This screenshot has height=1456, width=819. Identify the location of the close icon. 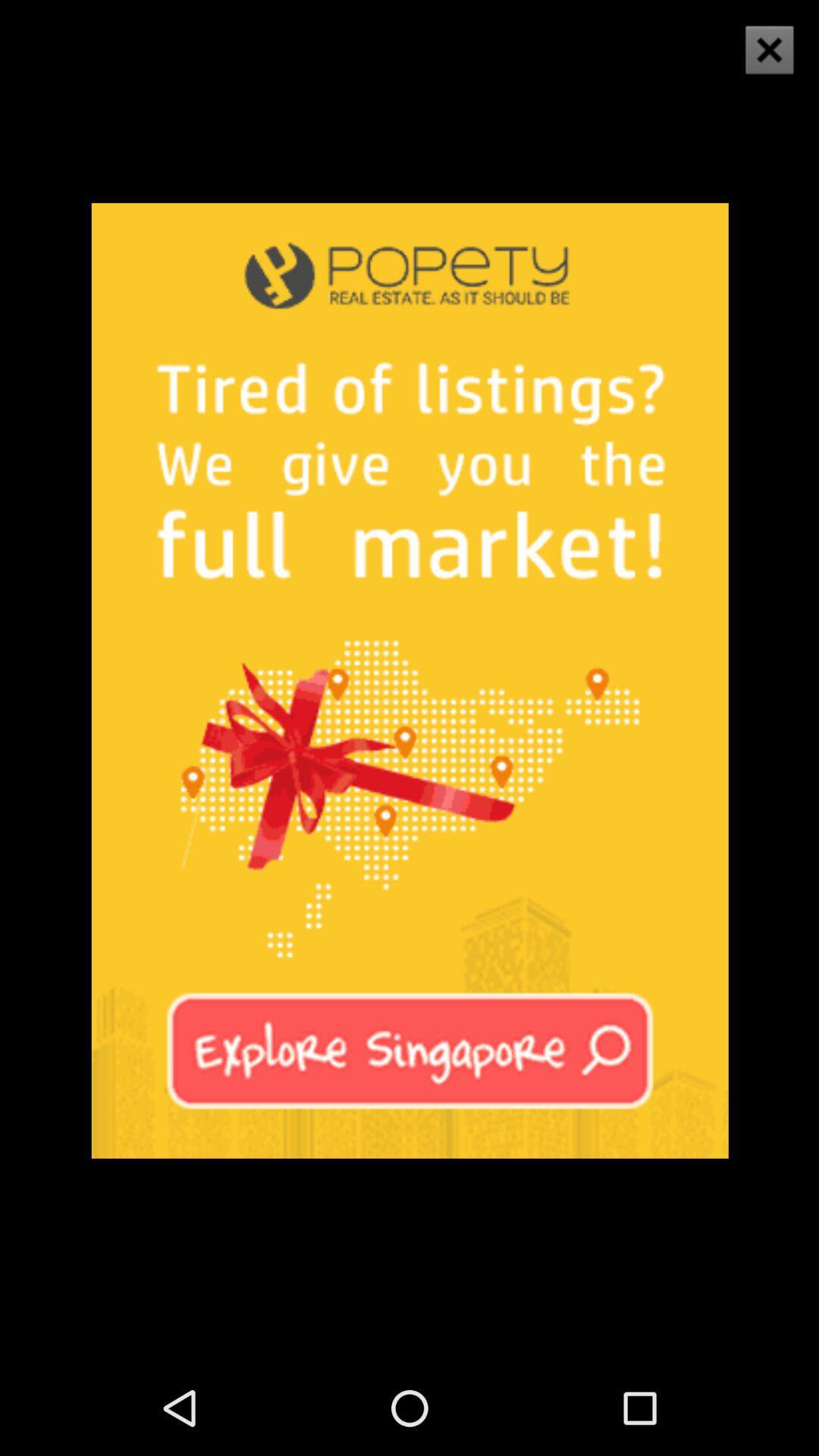
(769, 53).